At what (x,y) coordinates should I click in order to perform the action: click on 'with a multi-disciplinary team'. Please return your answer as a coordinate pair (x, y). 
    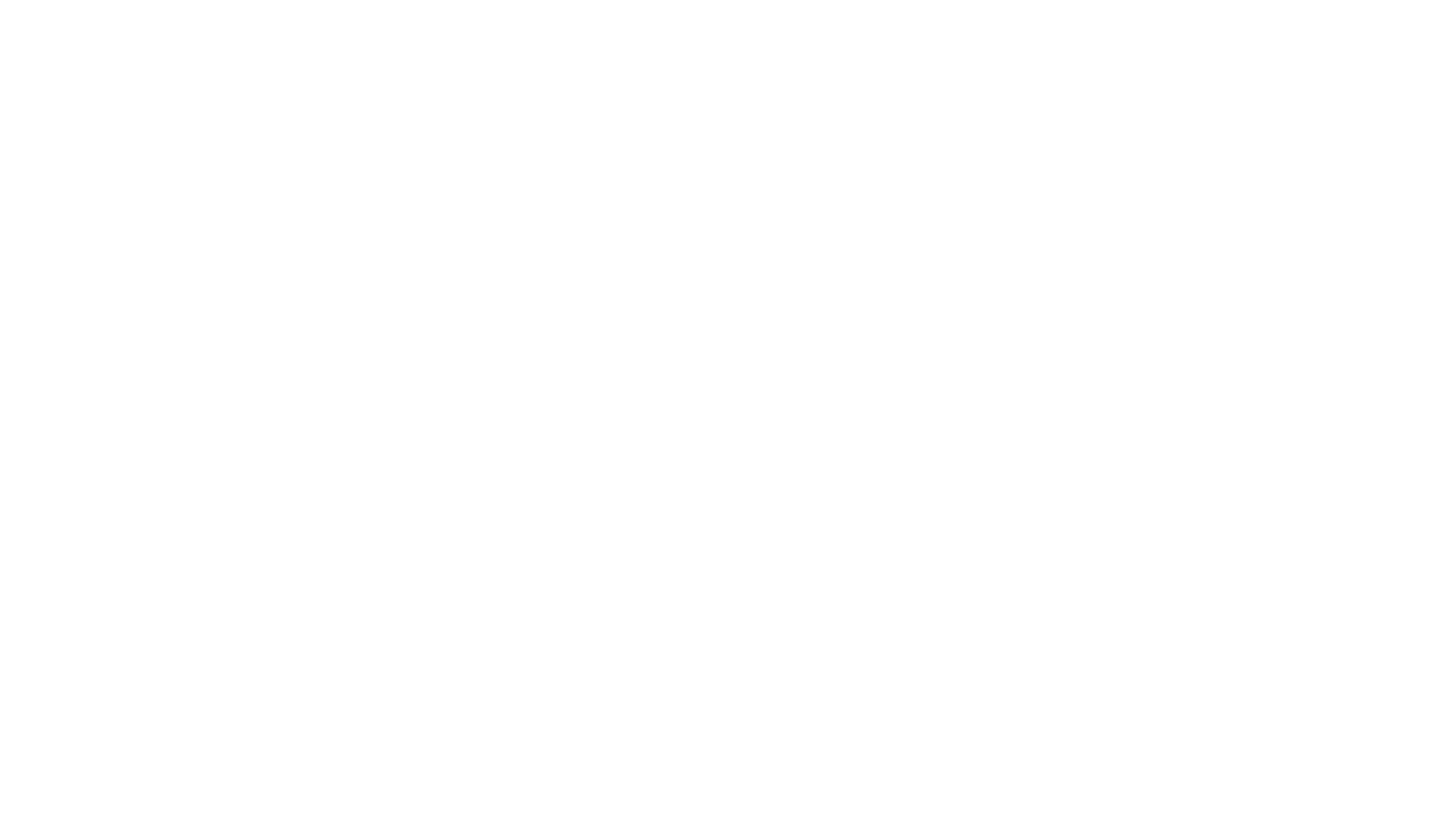
    Looking at the image, I should click on (223, 311).